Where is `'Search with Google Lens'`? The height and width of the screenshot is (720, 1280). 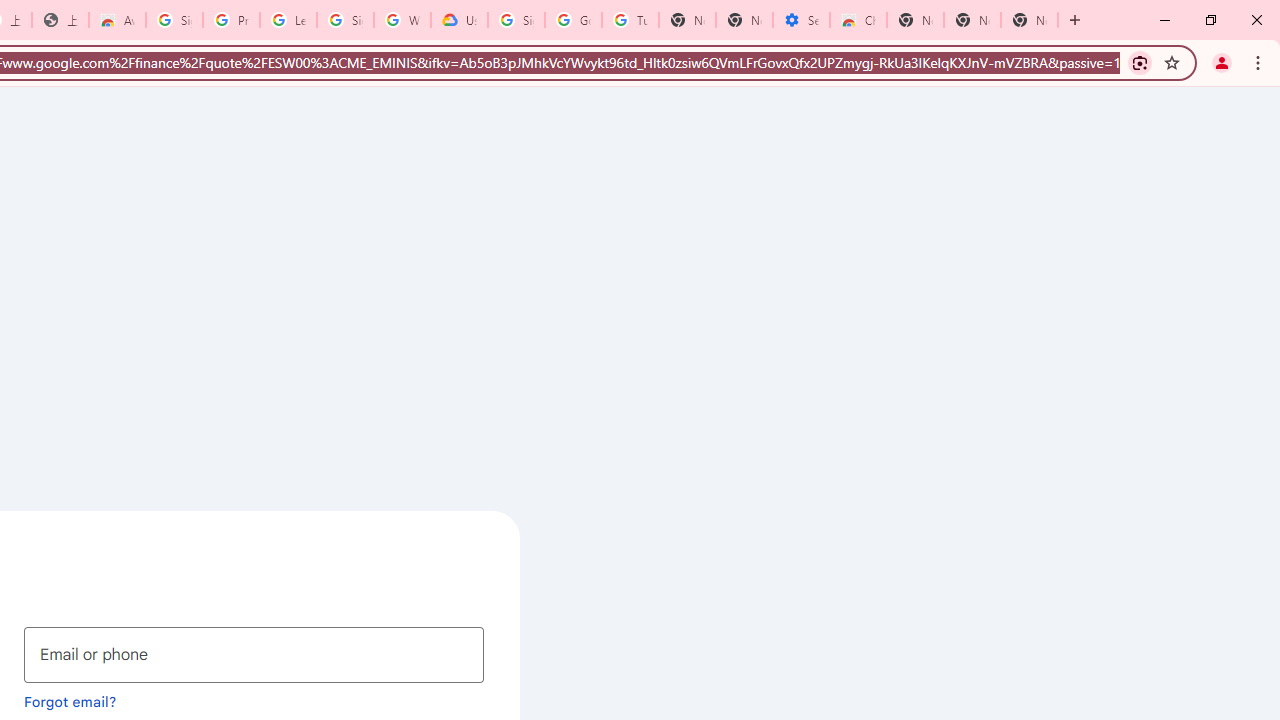 'Search with Google Lens' is located at coordinates (1139, 61).